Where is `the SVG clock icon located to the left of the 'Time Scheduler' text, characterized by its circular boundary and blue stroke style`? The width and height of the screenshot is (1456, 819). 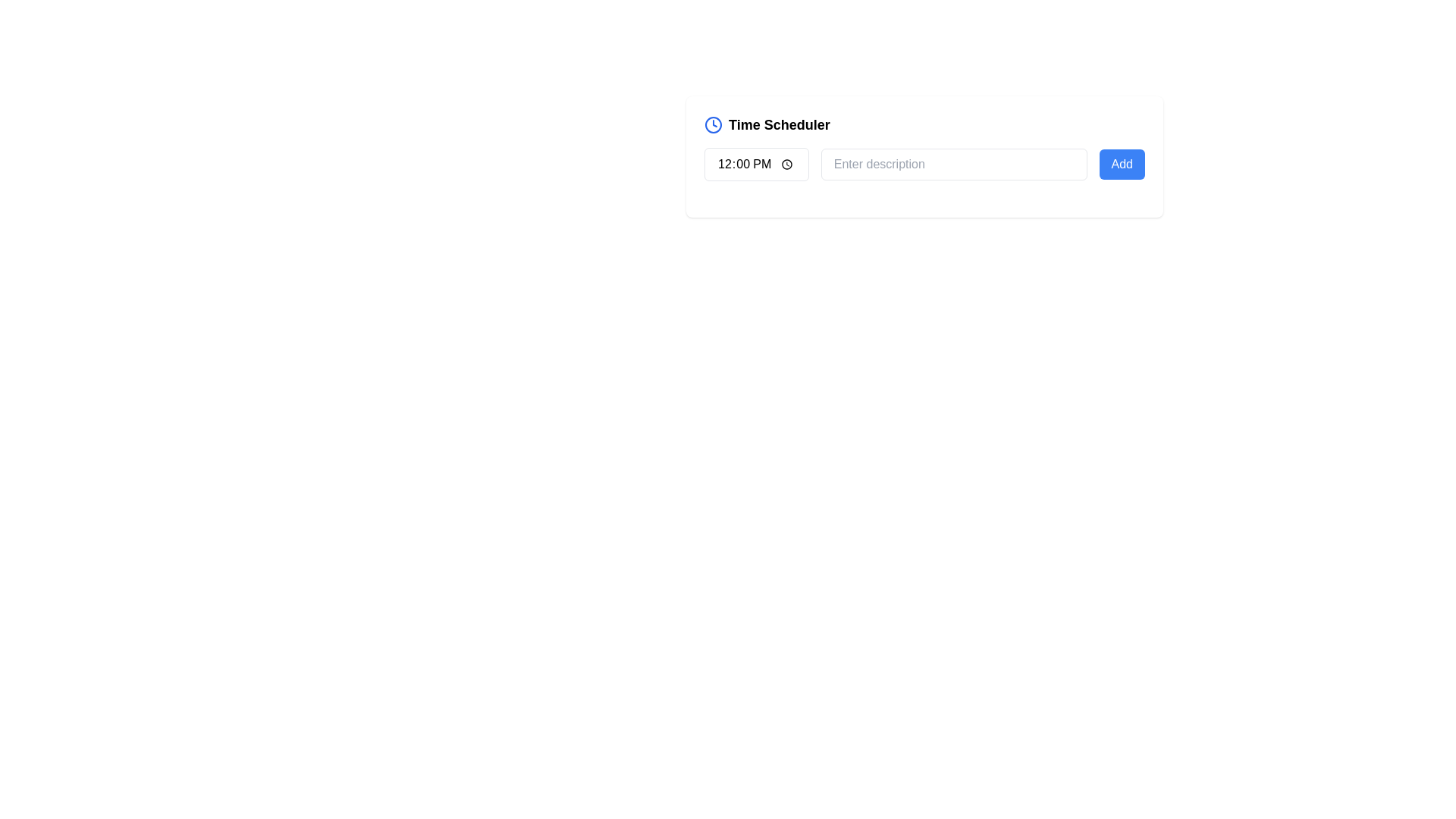 the SVG clock icon located to the left of the 'Time Scheduler' text, characterized by its circular boundary and blue stroke style is located at coordinates (712, 124).